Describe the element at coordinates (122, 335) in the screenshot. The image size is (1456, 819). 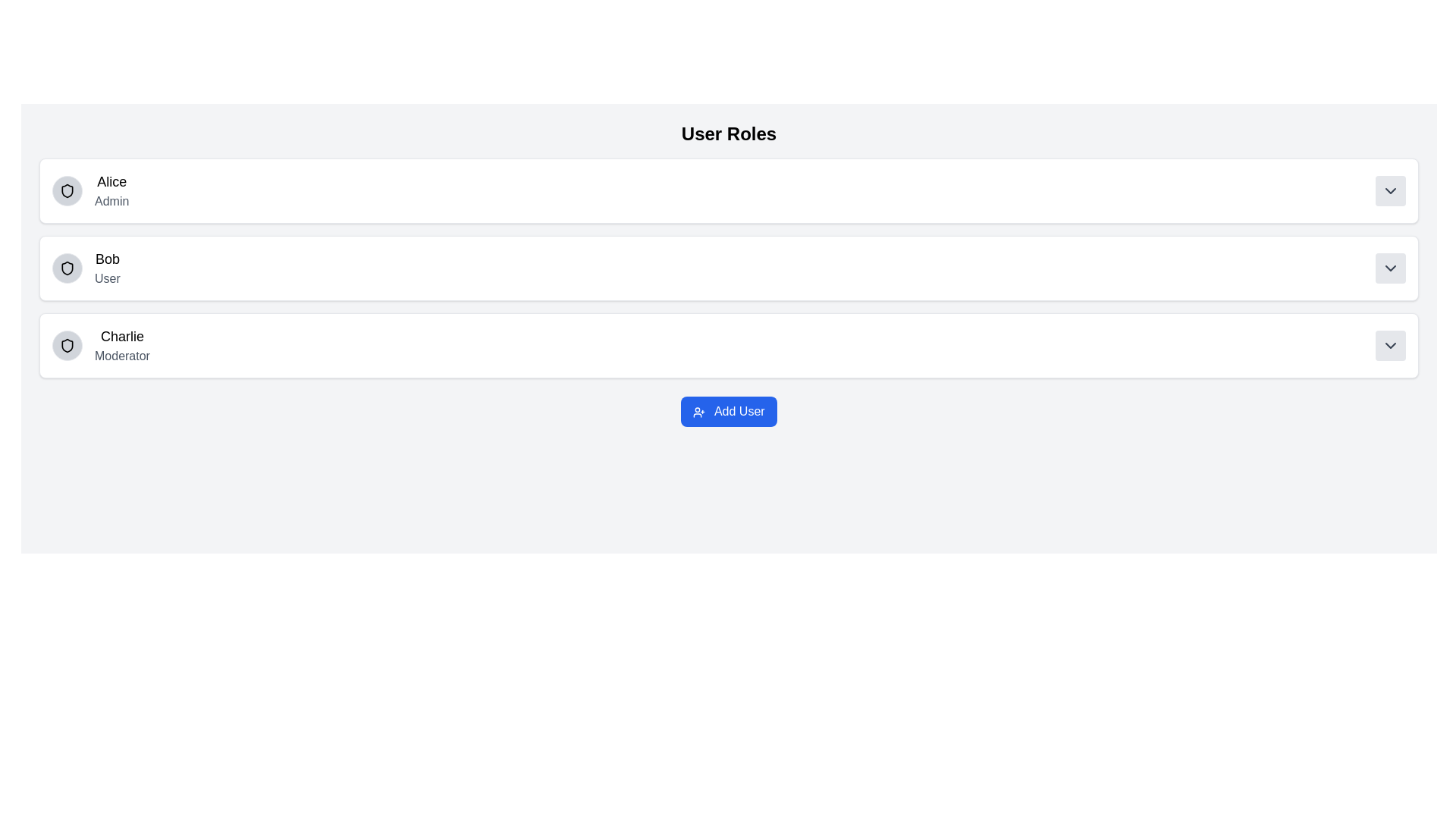
I see `the Text Label displaying the name 'Charlie', which identifies the user role in the list of user roles` at that location.